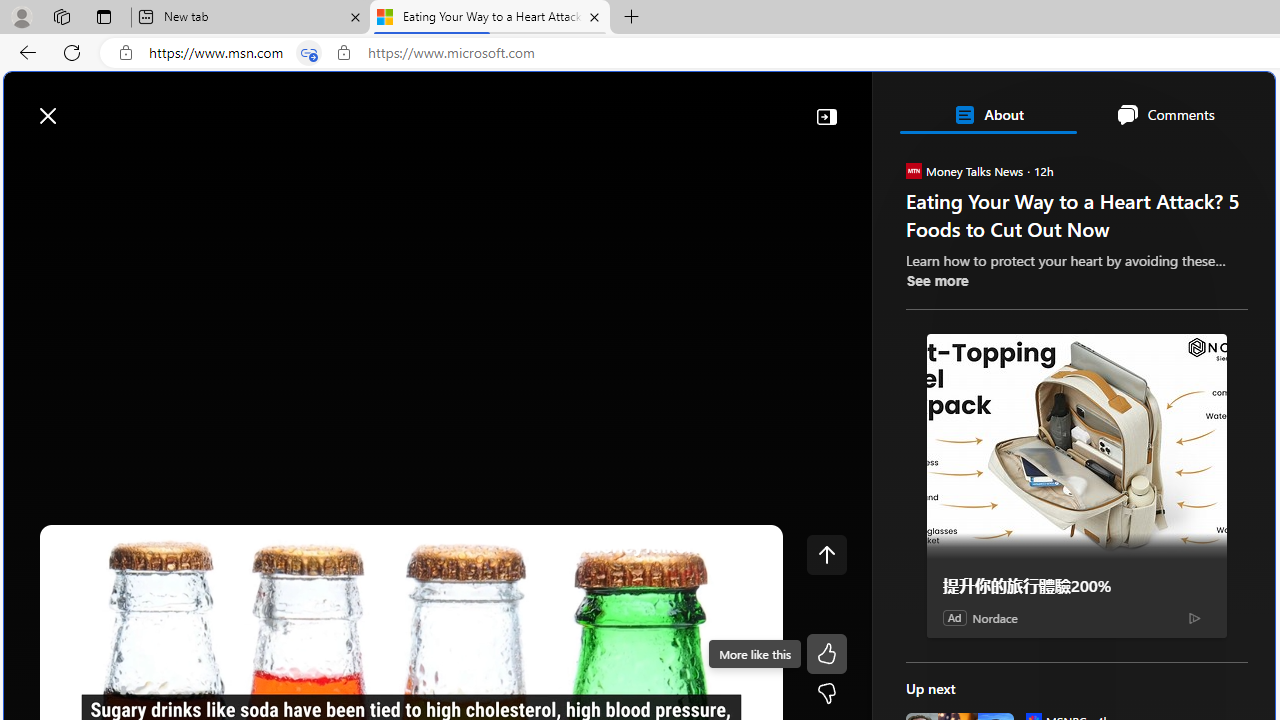  What do you see at coordinates (1229, 105) in the screenshot?
I see `'Open settings'` at bounding box center [1229, 105].